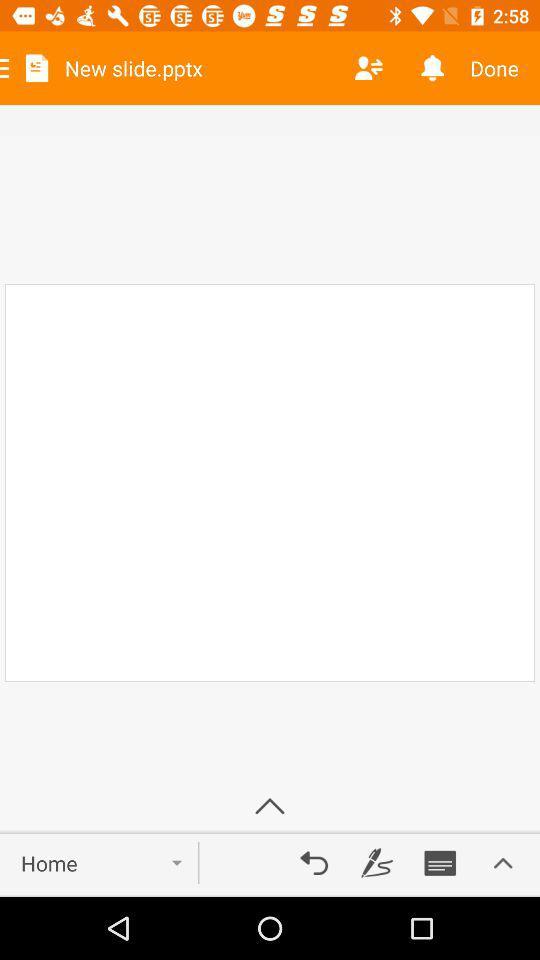  Describe the element at coordinates (440, 862) in the screenshot. I see `save` at that location.